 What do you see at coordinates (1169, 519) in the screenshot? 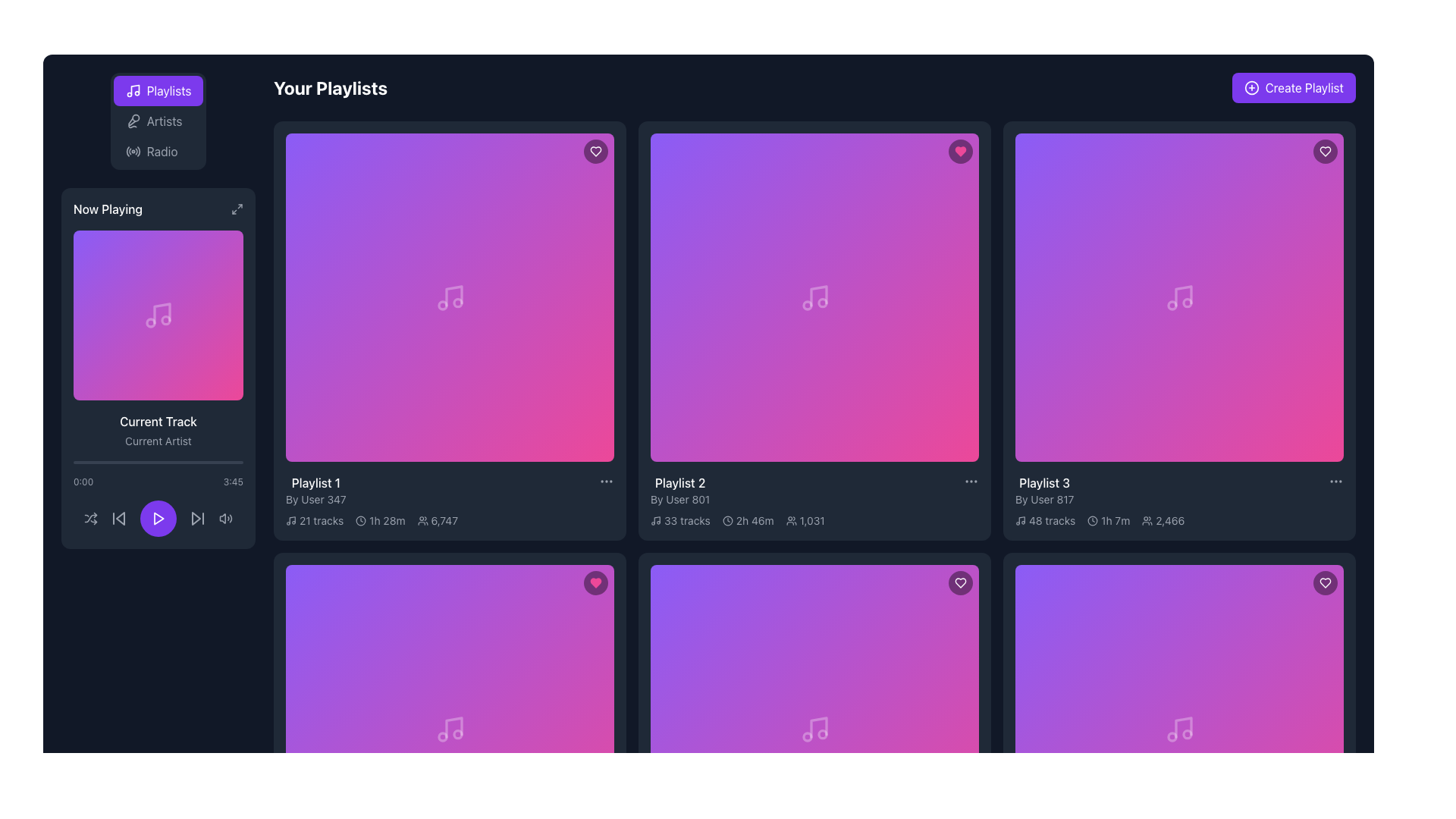
I see `the static text indicating user-related statistics for 'Playlist 3', which is positioned below the playlist title and aligned with the group icon` at bounding box center [1169, 519].